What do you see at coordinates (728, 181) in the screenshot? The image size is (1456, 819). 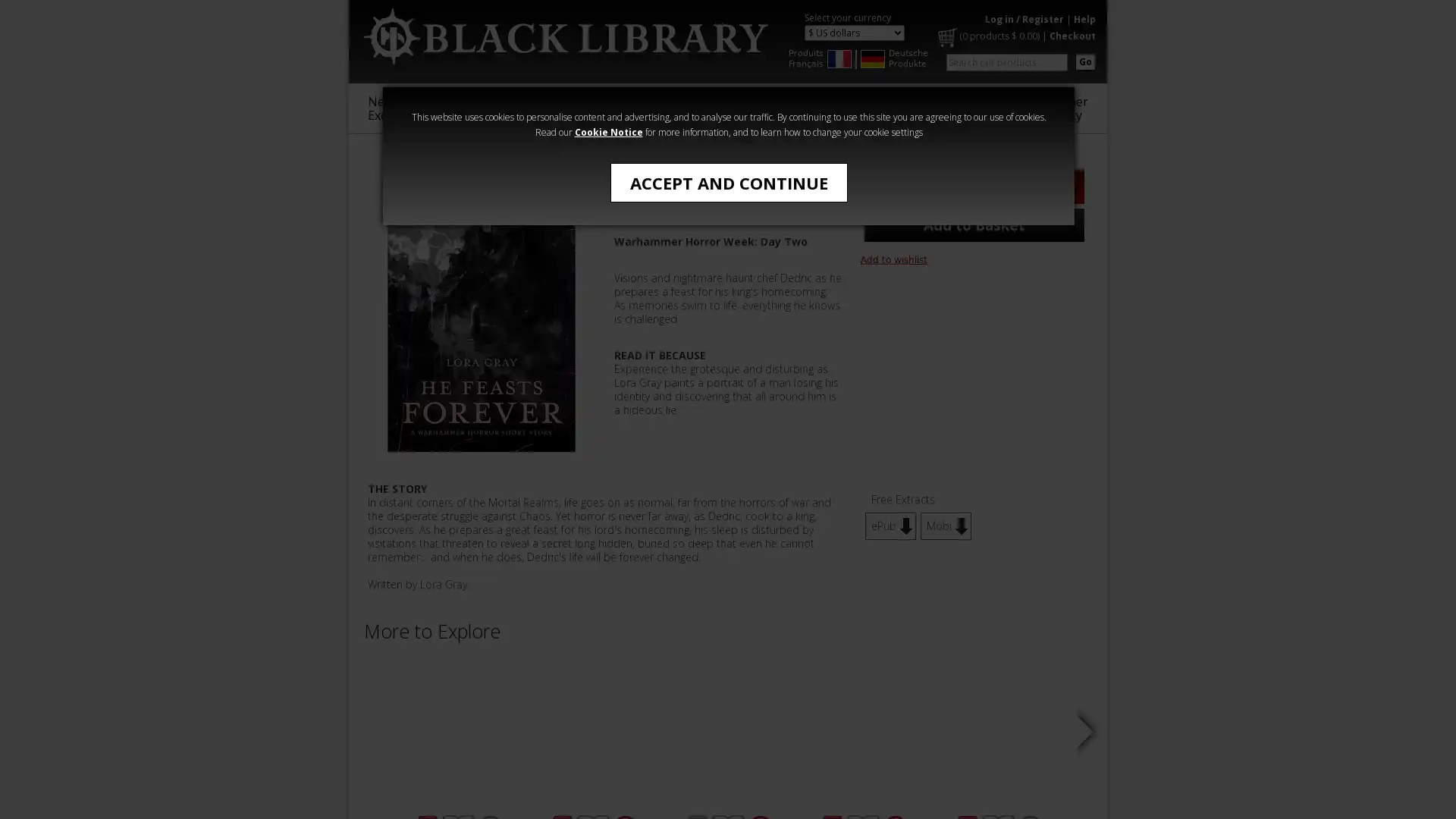 I see `ACCEPT AND CONTINUE` at bounding box center [728, 181].